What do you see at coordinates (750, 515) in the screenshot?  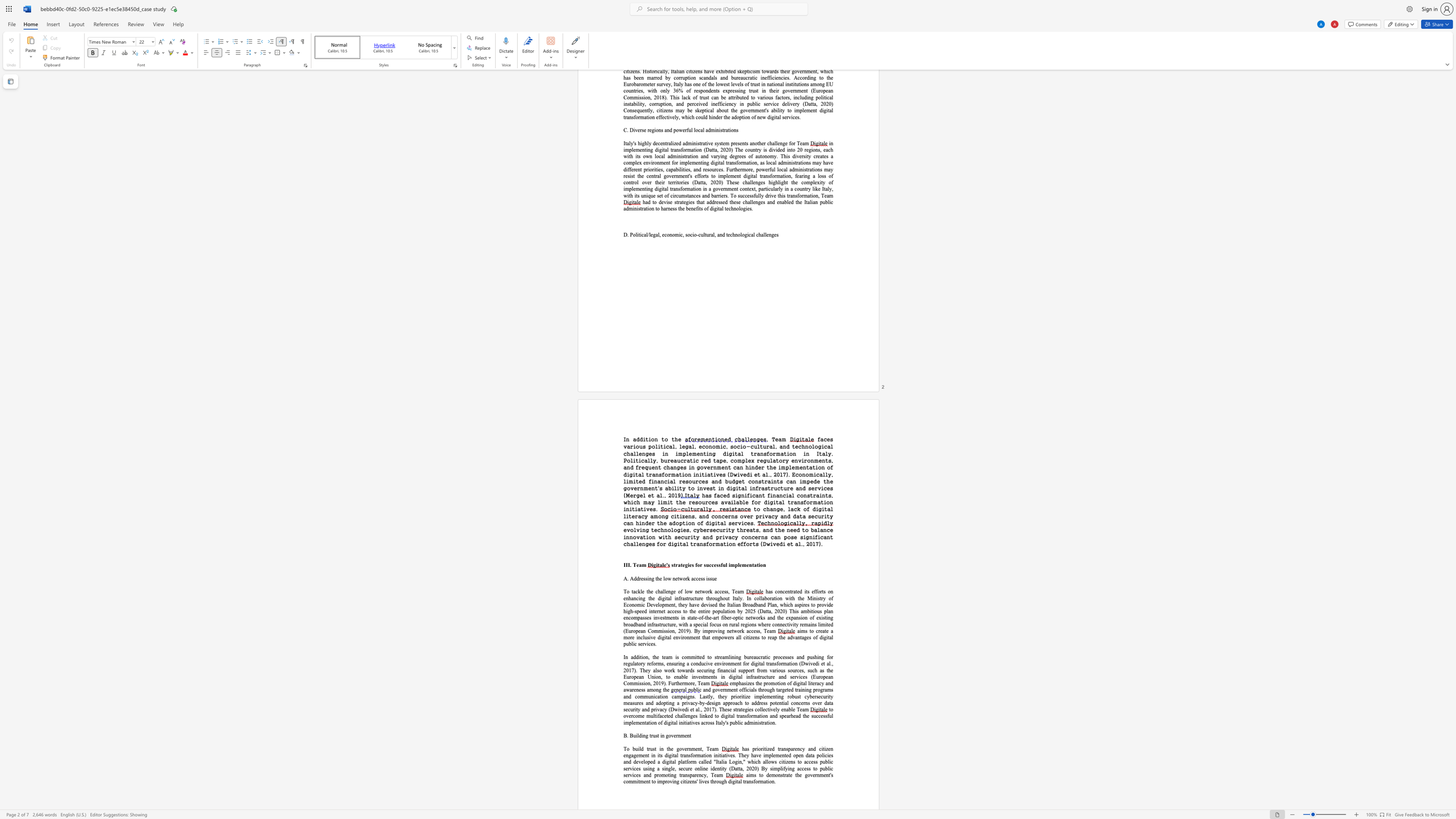 I see `the subset text "r privacy and data sec" within the text "to change, lack of digital literacy among citizens, and concerns over privacy and data security can hinder the adoption of digital services."` at bounding box center [750, 515].